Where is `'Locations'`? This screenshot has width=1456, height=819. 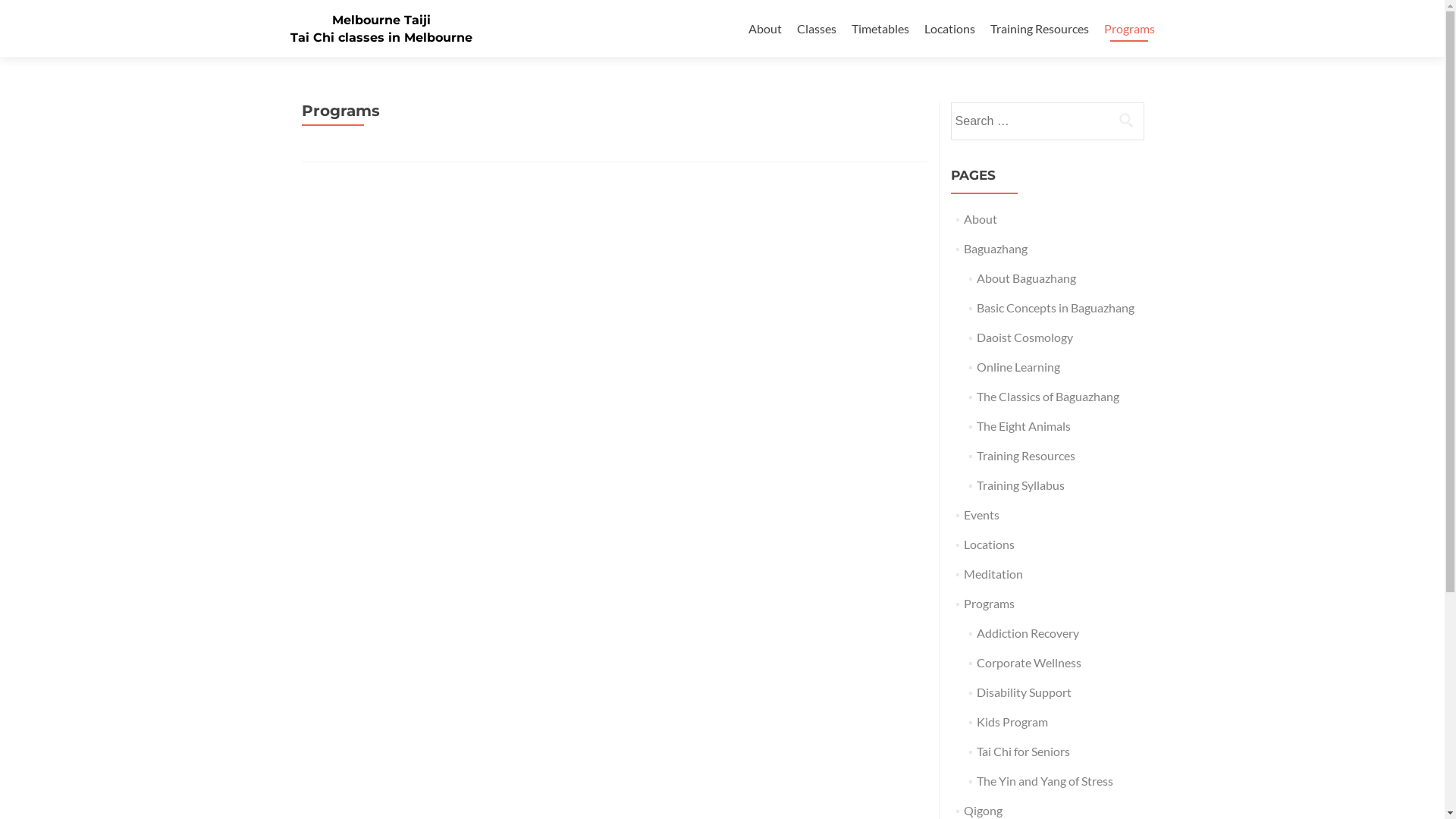
'Locations' is located at coordinates (948, 28).